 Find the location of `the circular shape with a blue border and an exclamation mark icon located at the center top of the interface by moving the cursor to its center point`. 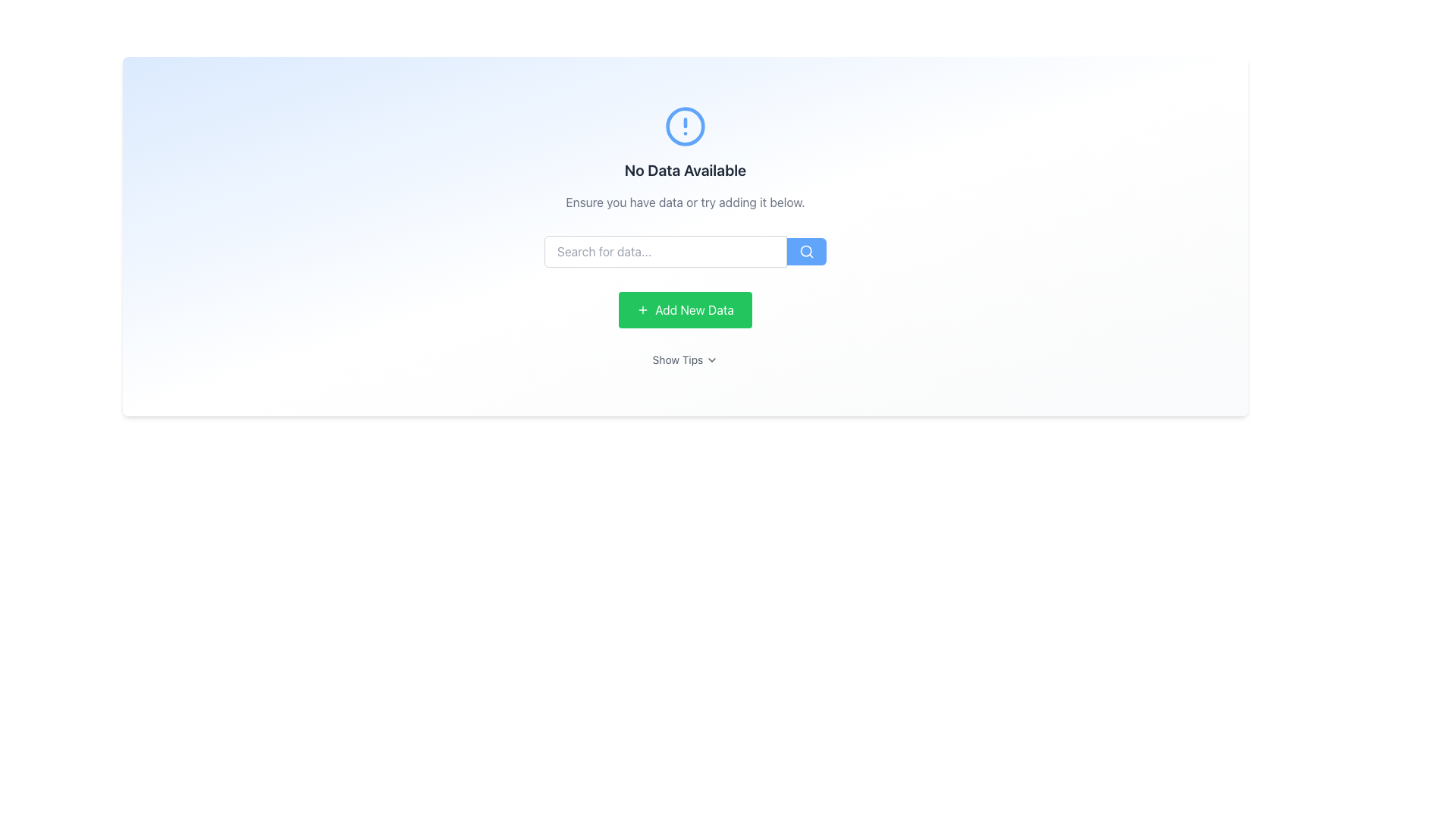

the circular shape with a blue border and an exclamation mark icon located at the center top of the interface by moving the cursor to its center point is located at coordinates (684, 125).